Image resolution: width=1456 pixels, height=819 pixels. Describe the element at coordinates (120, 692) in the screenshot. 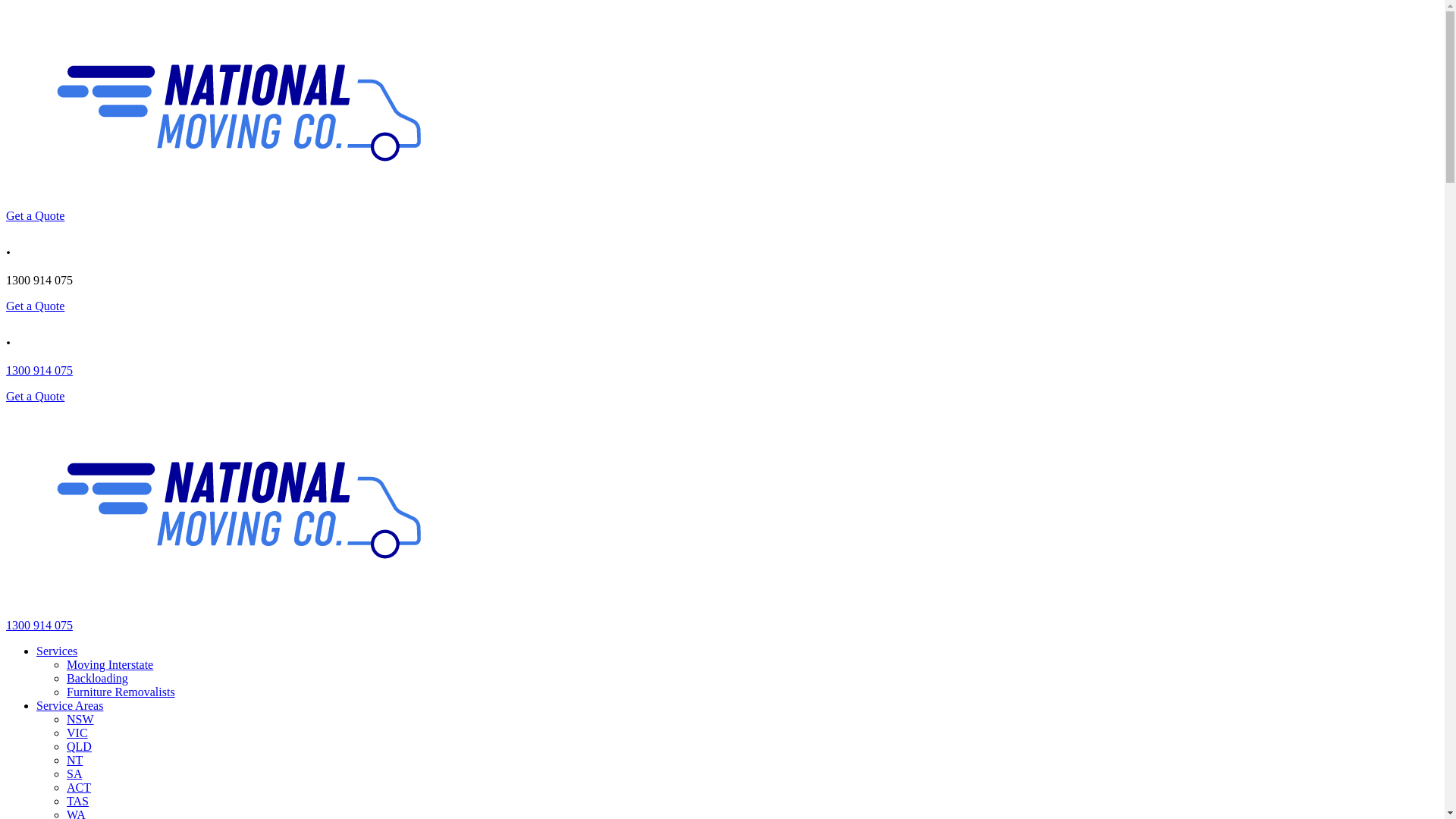

I see `'Furniture Removalists'` at that location.